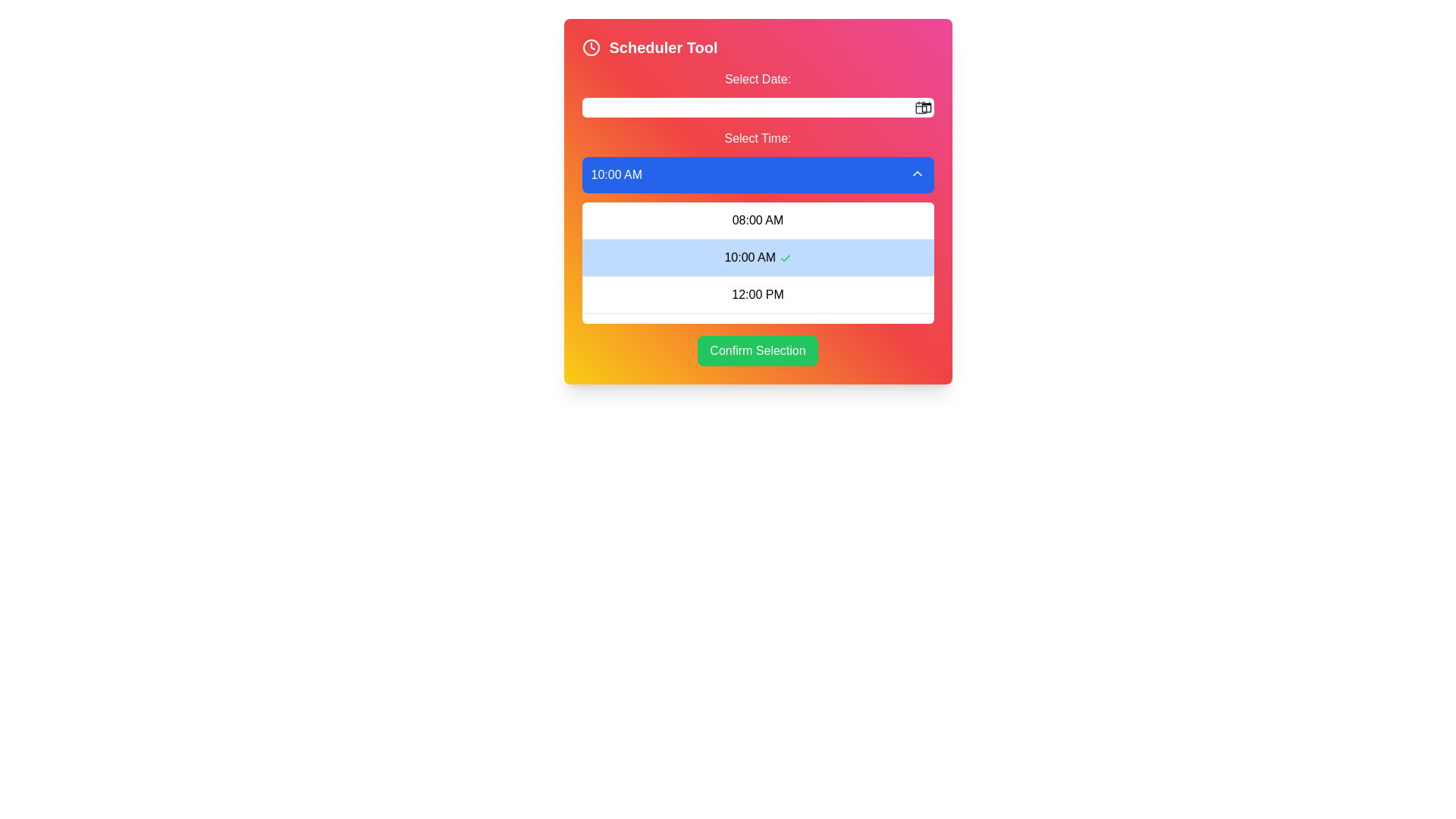  I want to click on the selectable time slot in the second row of the dropdown section below the 'Select Time' label, so click(758, 262).